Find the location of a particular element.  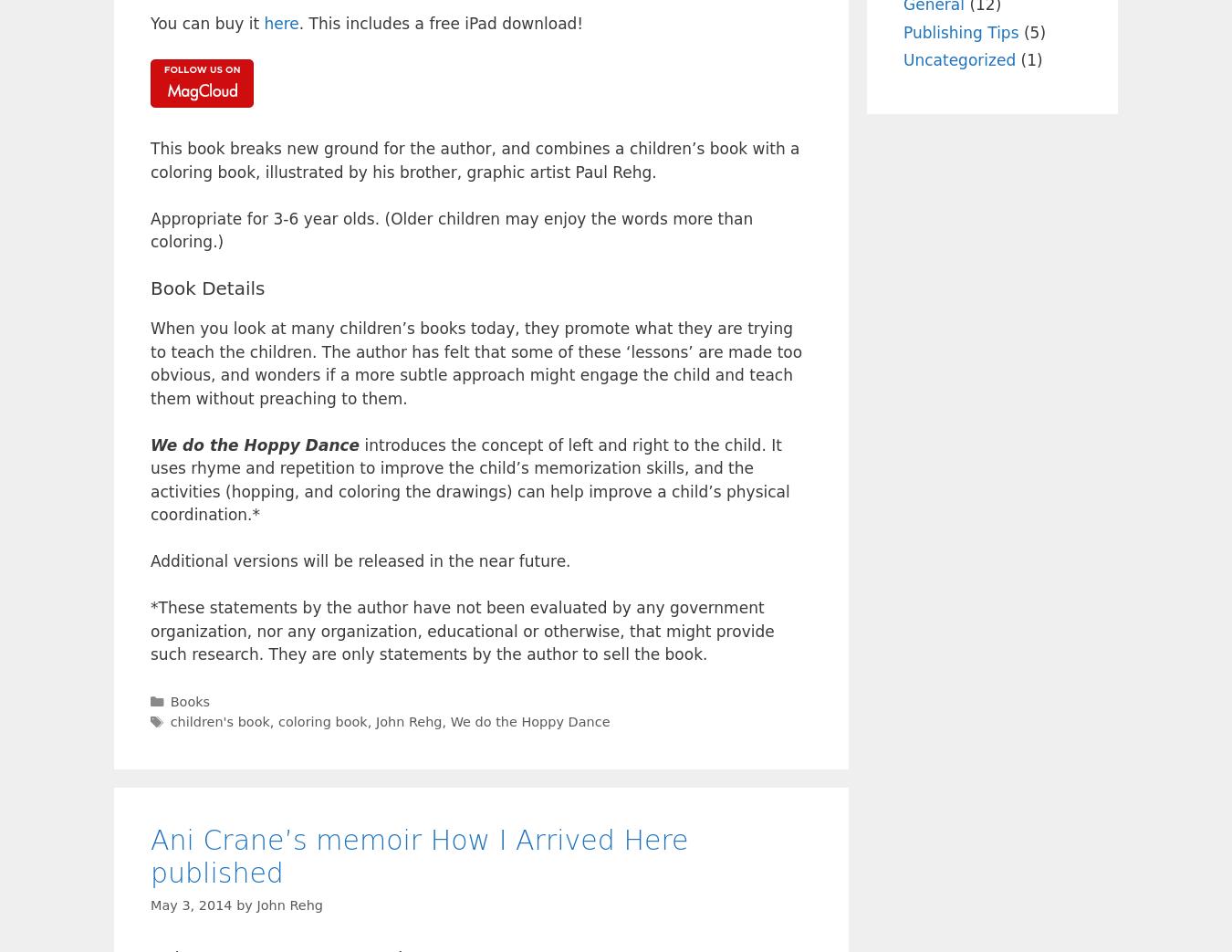

'May 3, 2014' is located at coordinates (191, 904).